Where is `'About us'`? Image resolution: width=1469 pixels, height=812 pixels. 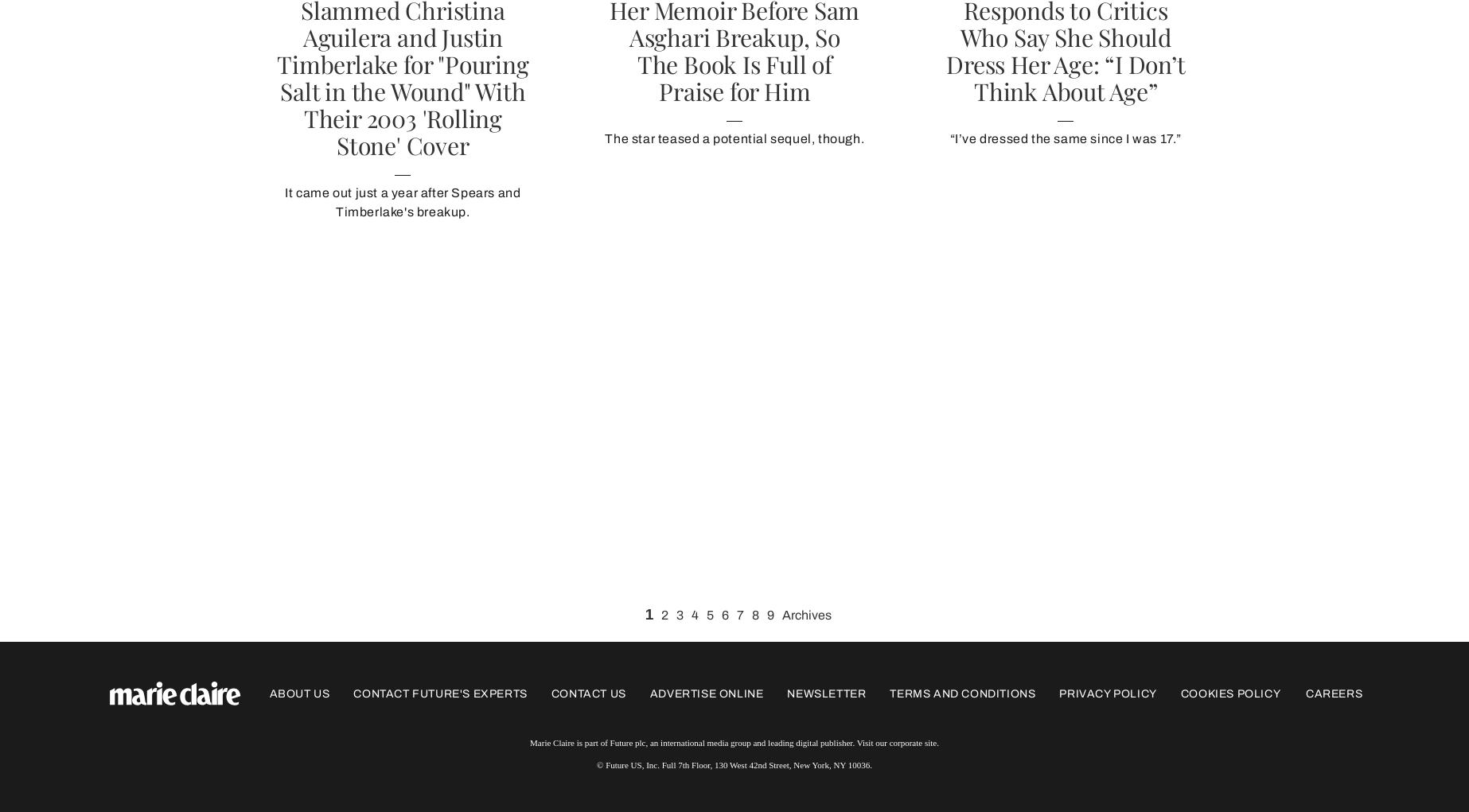
'About us' is located at coordinates (299, 692).